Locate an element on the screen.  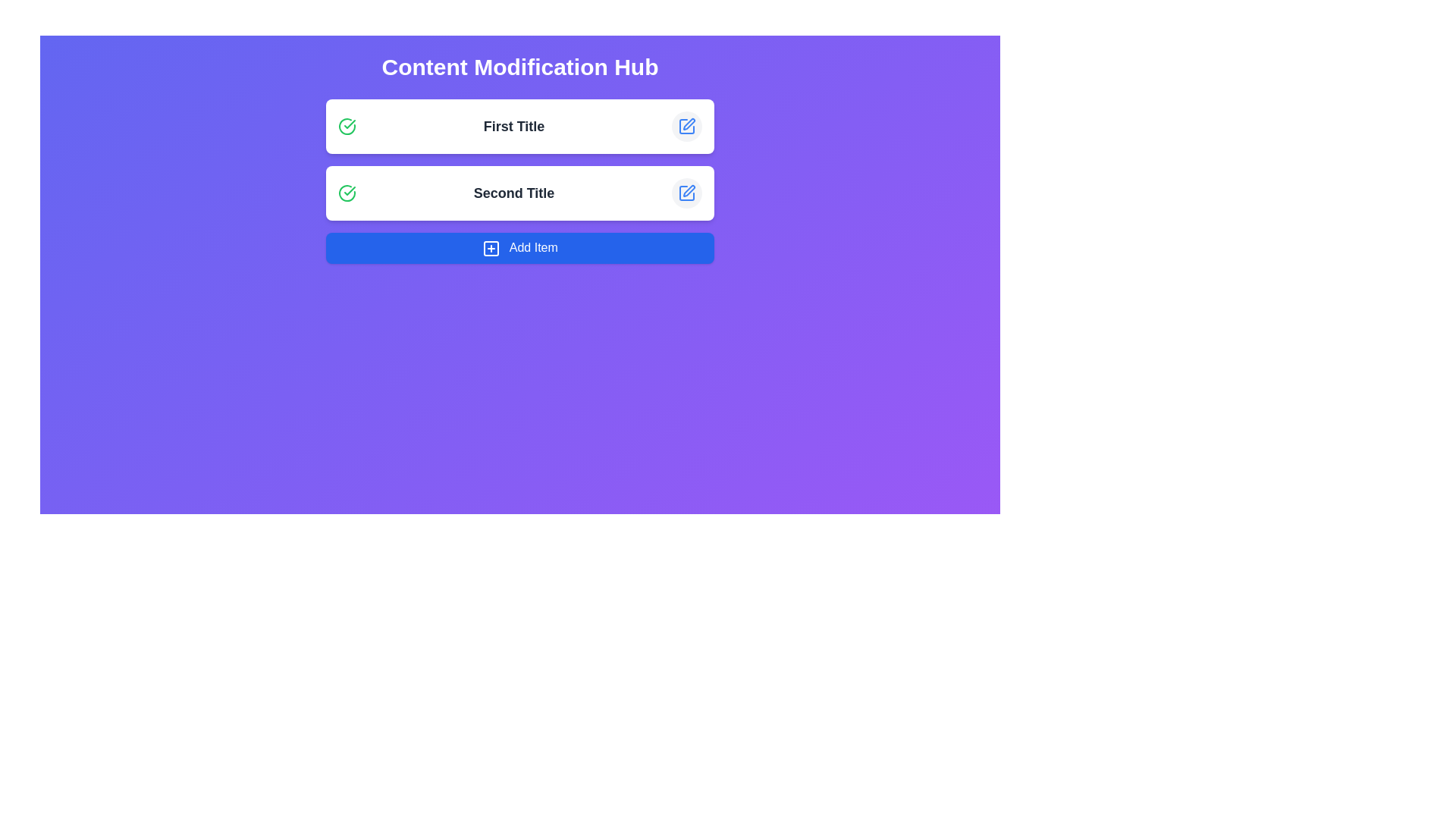
the button at the bottom of the vertical arrangement that triggers the action of adding a new item or entry, as indicated by its label and icon is located at coordinates (520, 247).